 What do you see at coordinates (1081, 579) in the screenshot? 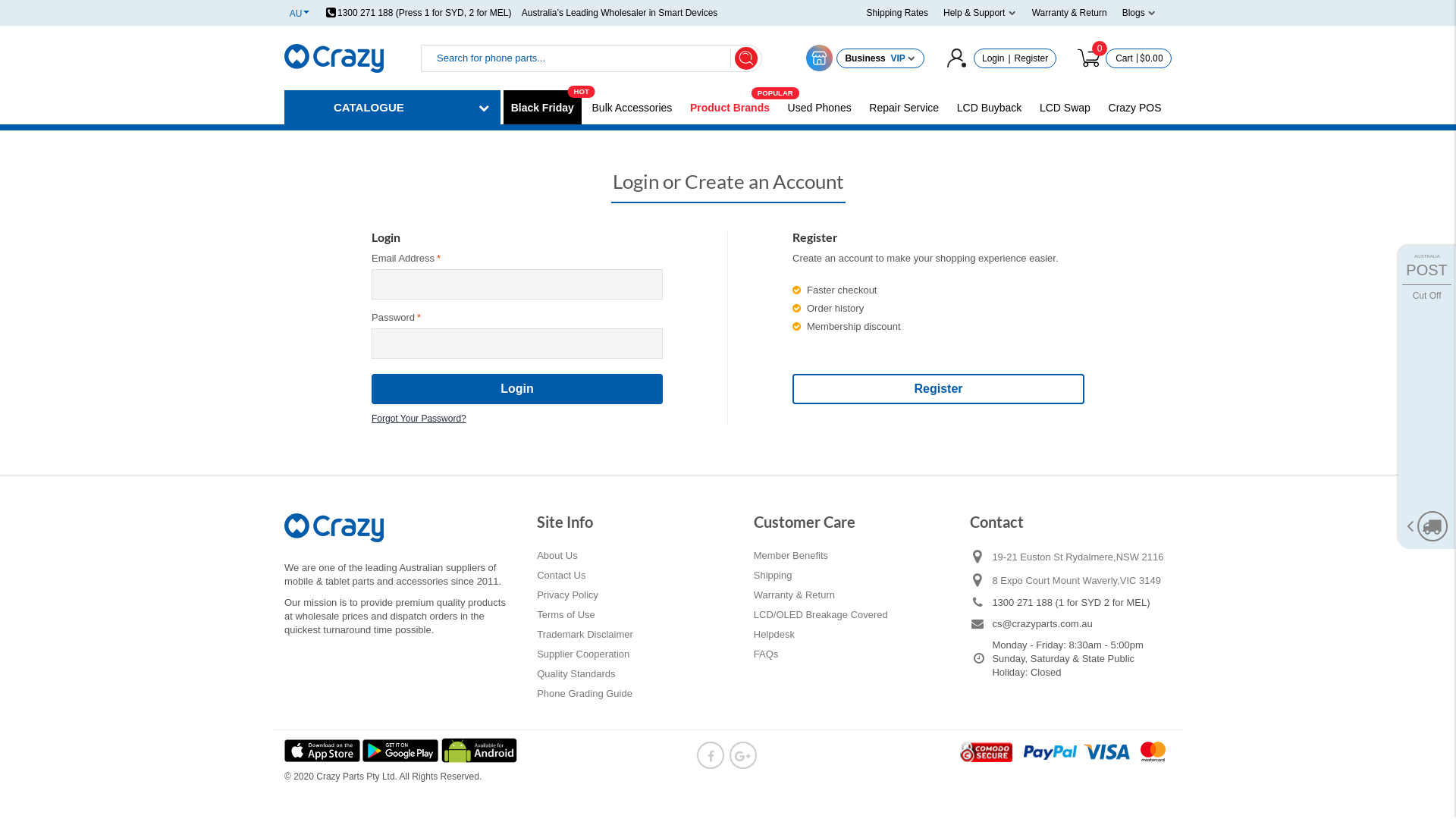
I see `'8 Expo Court Mount Waverly,VIC 3149'` at bounding box center [1081, 579].